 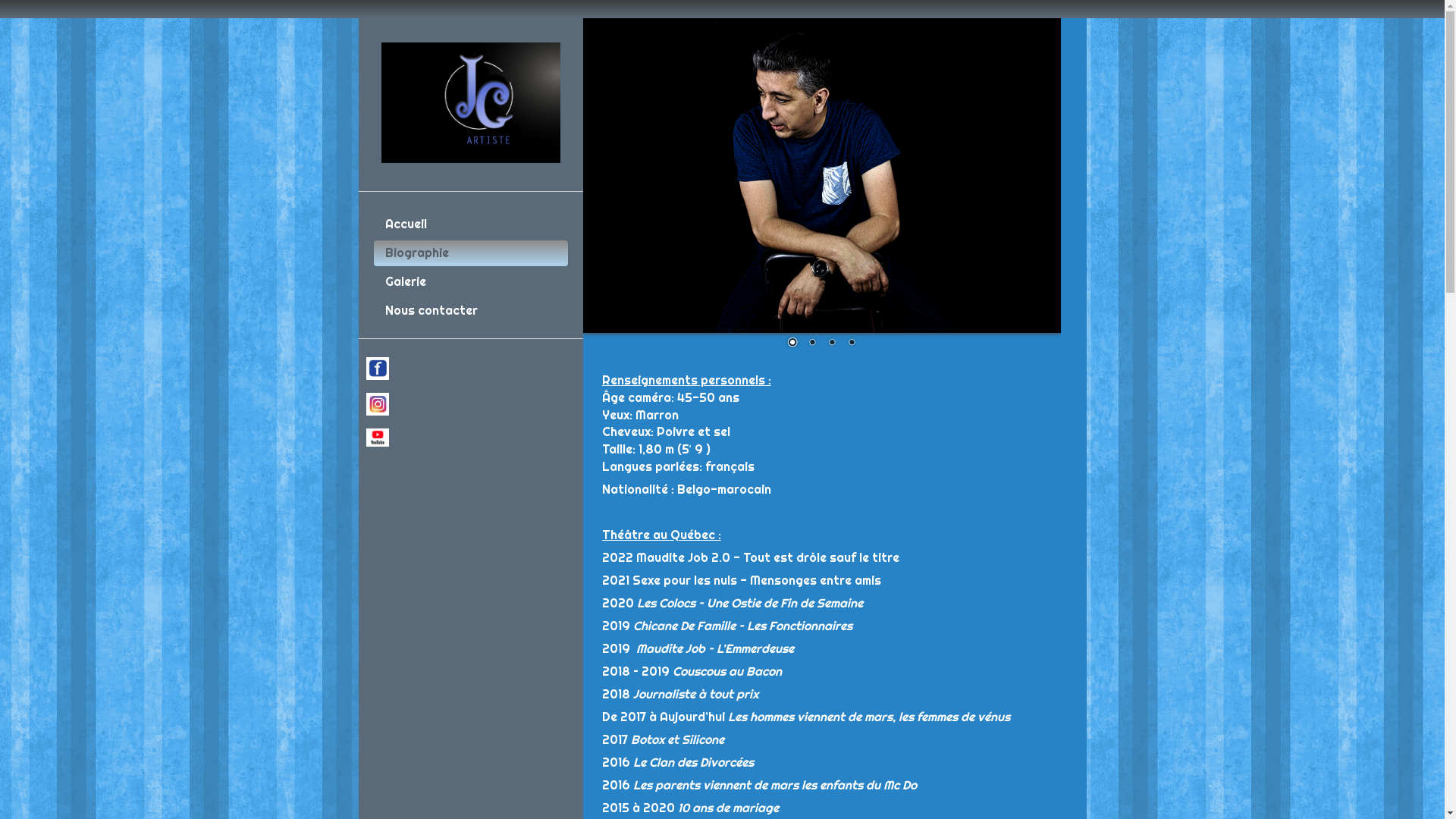 I want to click on '1', so click(x=792, y=343).